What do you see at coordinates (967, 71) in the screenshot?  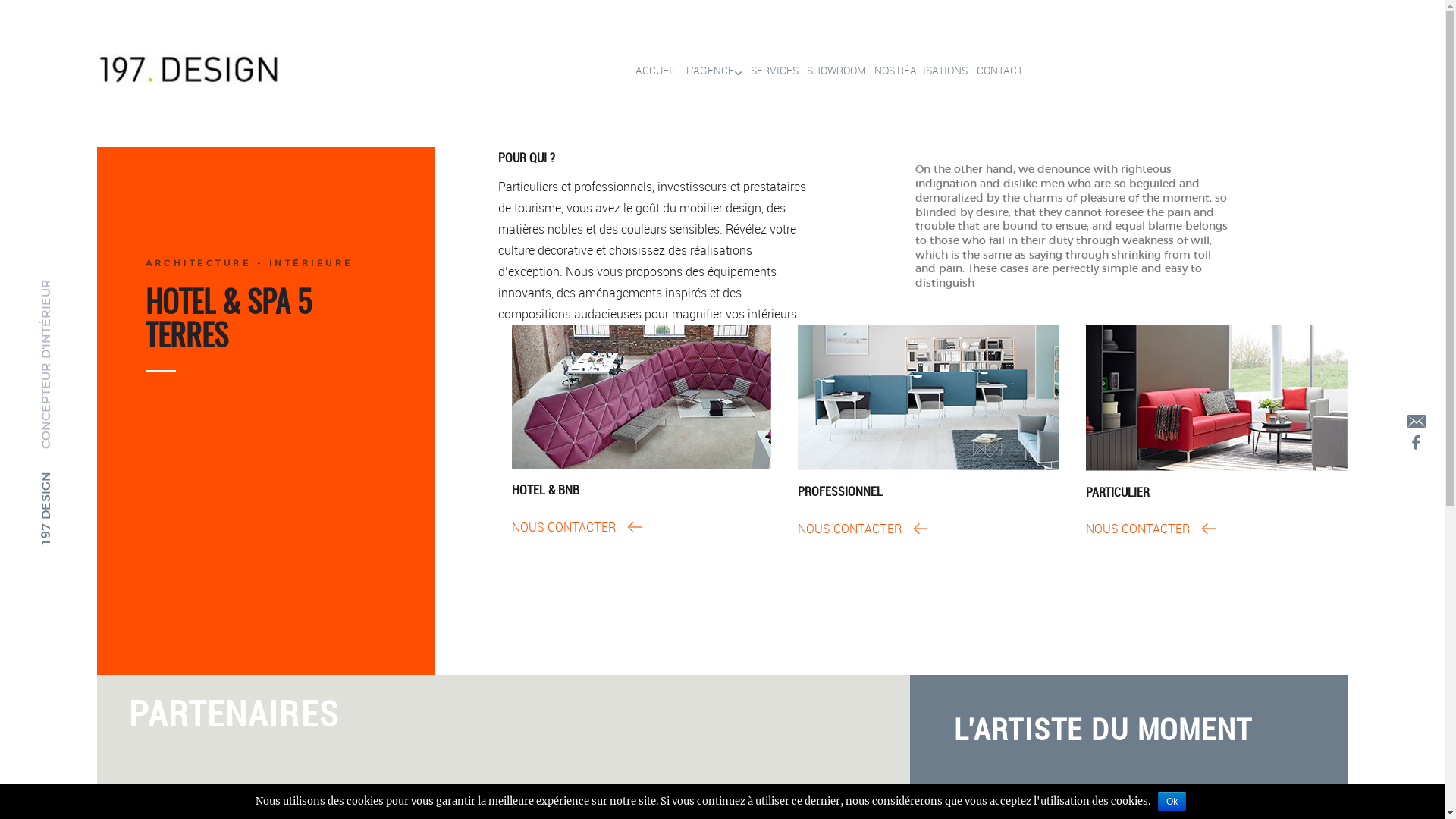 I see `'CONTACT'` at bounding box center [967, 71].